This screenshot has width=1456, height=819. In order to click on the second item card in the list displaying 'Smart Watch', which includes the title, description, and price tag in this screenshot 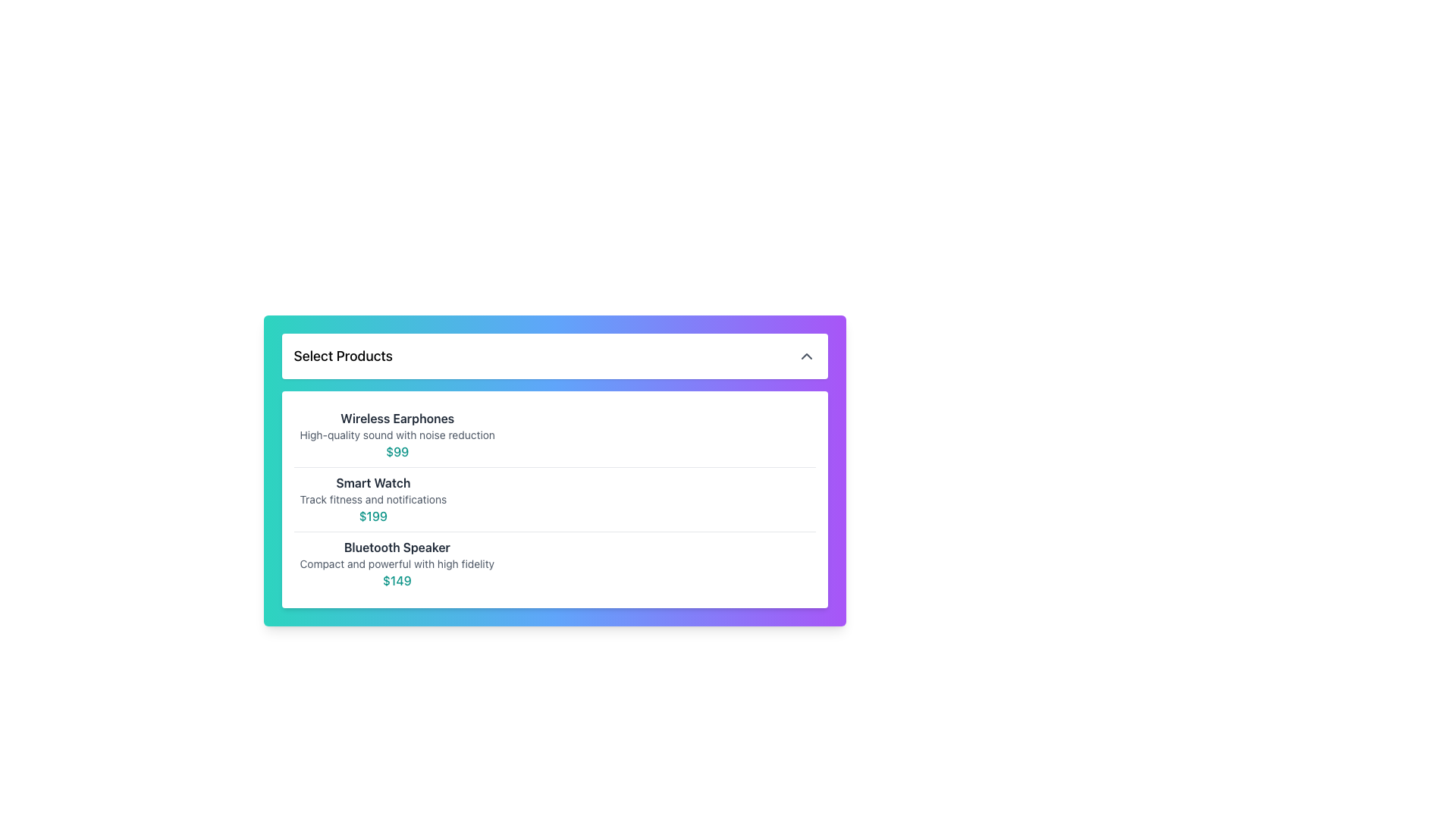, I will do `click(554, 500)`.